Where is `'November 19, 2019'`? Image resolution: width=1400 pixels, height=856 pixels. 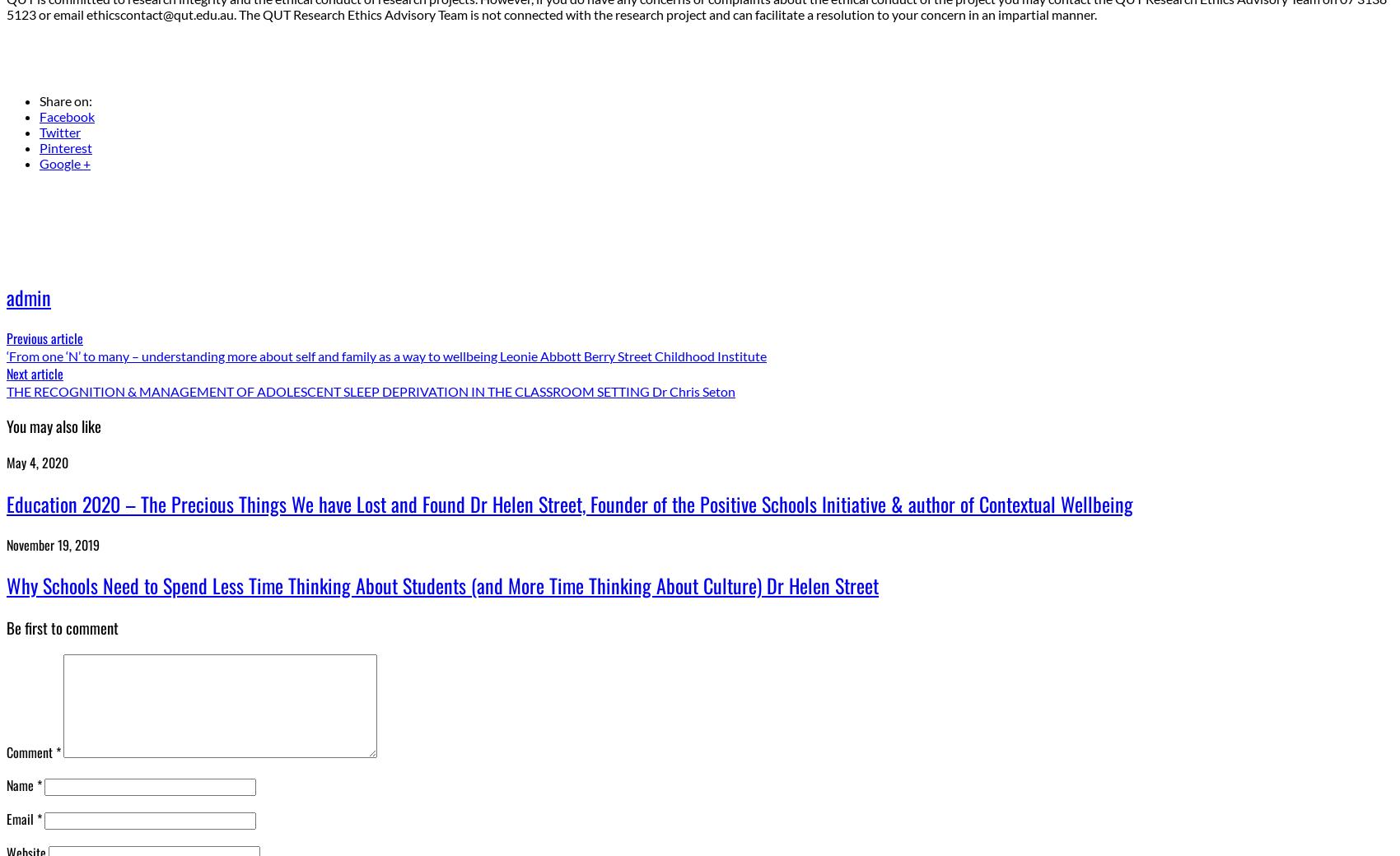 'November 19, 2019' is located at coordinates (53, 544).